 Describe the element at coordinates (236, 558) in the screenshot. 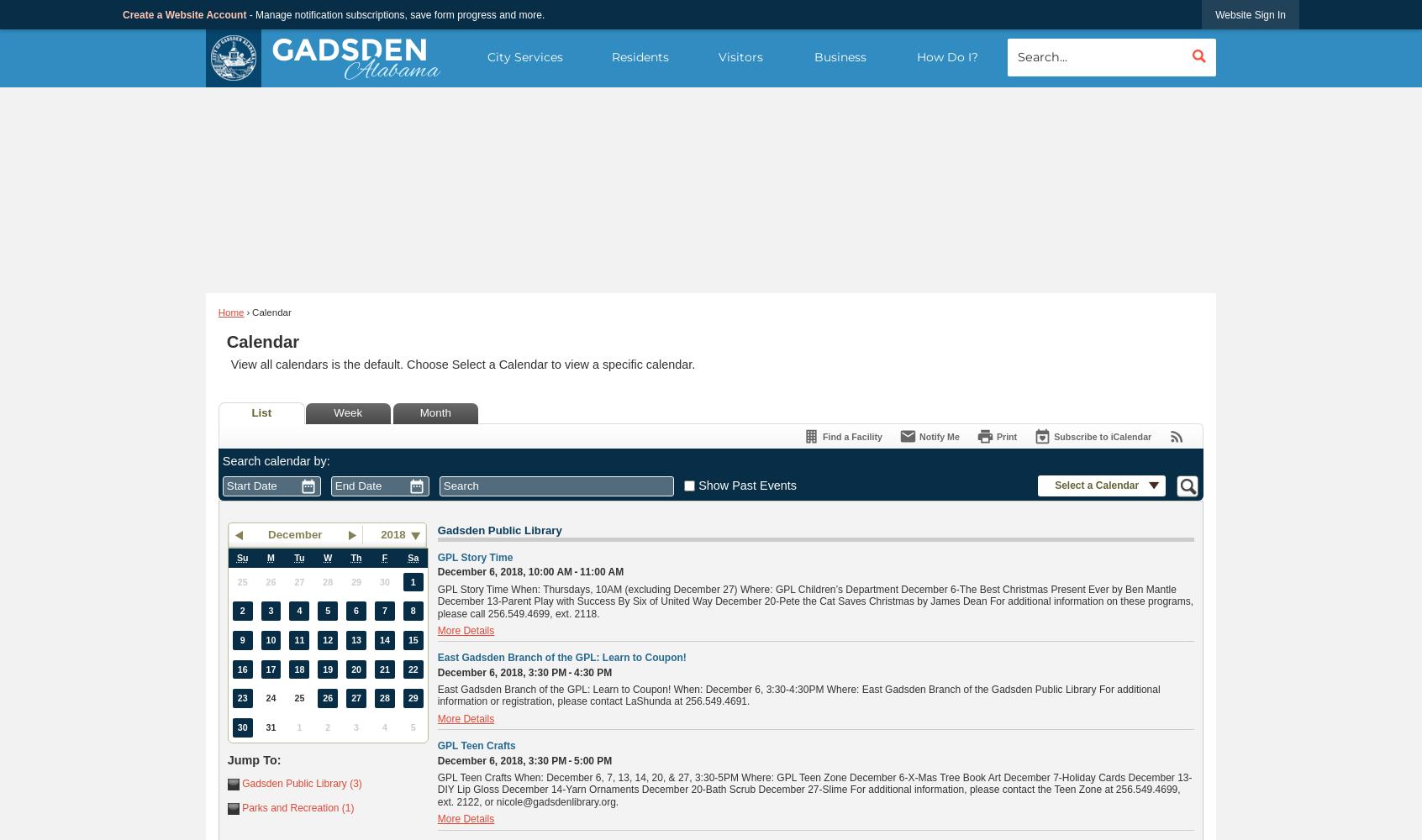

I see `'Su'` at that location.